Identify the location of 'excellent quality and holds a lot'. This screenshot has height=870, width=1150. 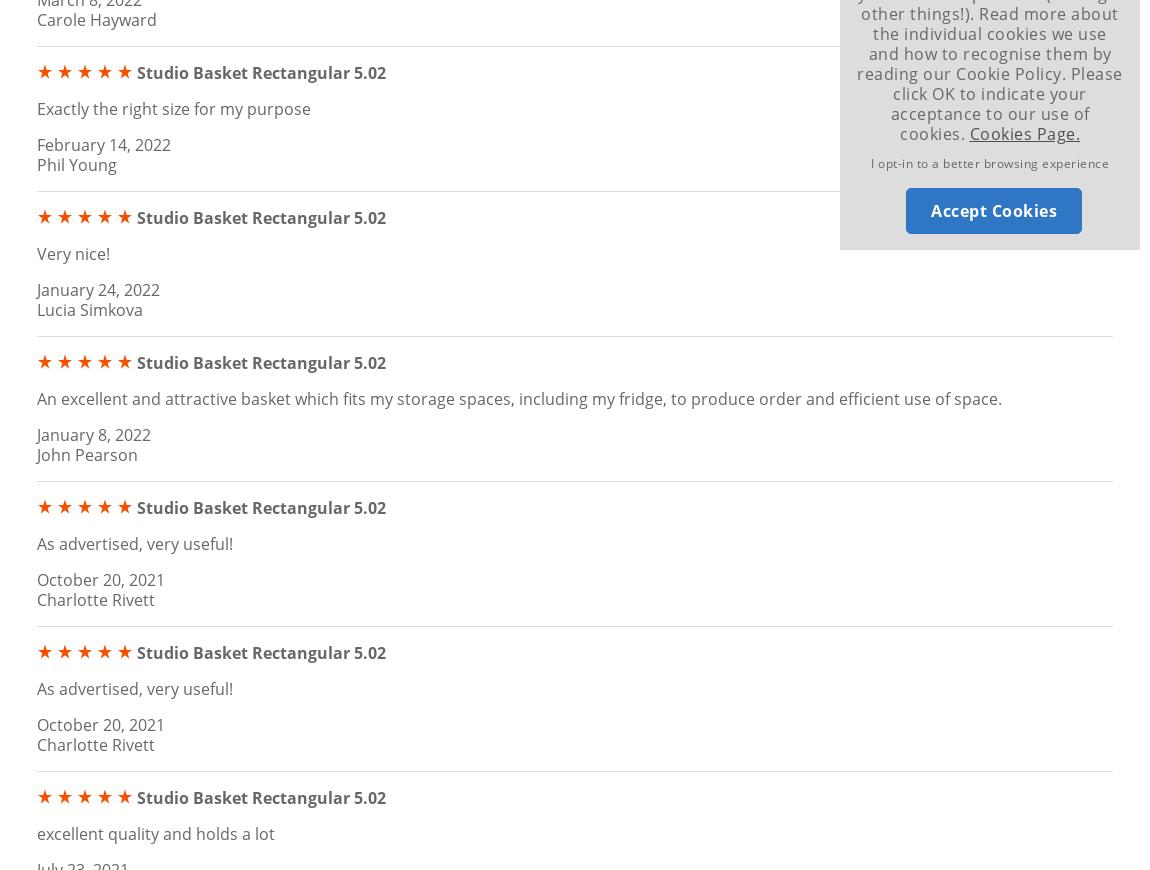
(155, 833).